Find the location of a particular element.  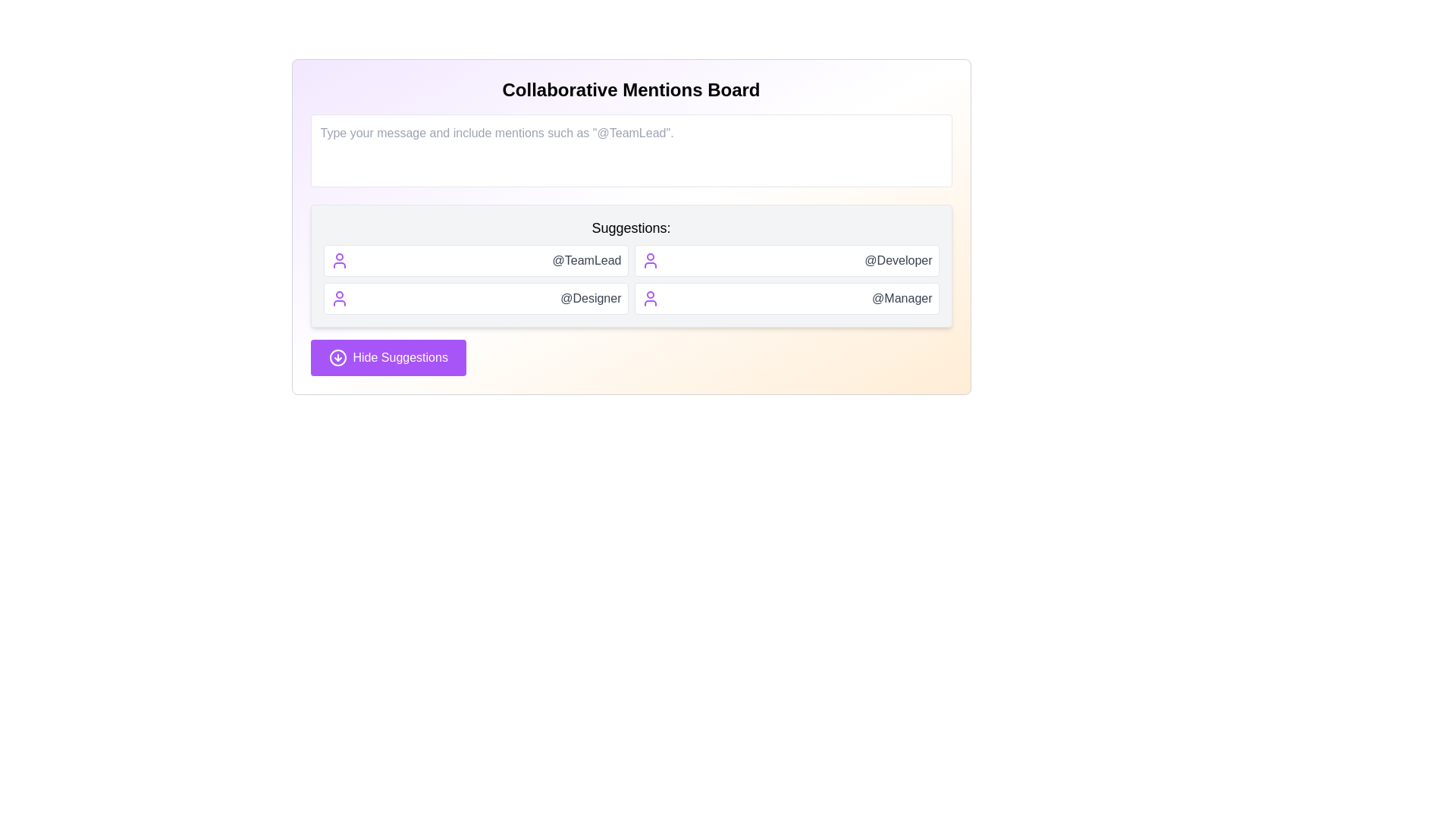

the user profile icon with a purple outline, which is located to the left of the '@TeamLead' text in the suggestions section is located at coordinates (338, 259).